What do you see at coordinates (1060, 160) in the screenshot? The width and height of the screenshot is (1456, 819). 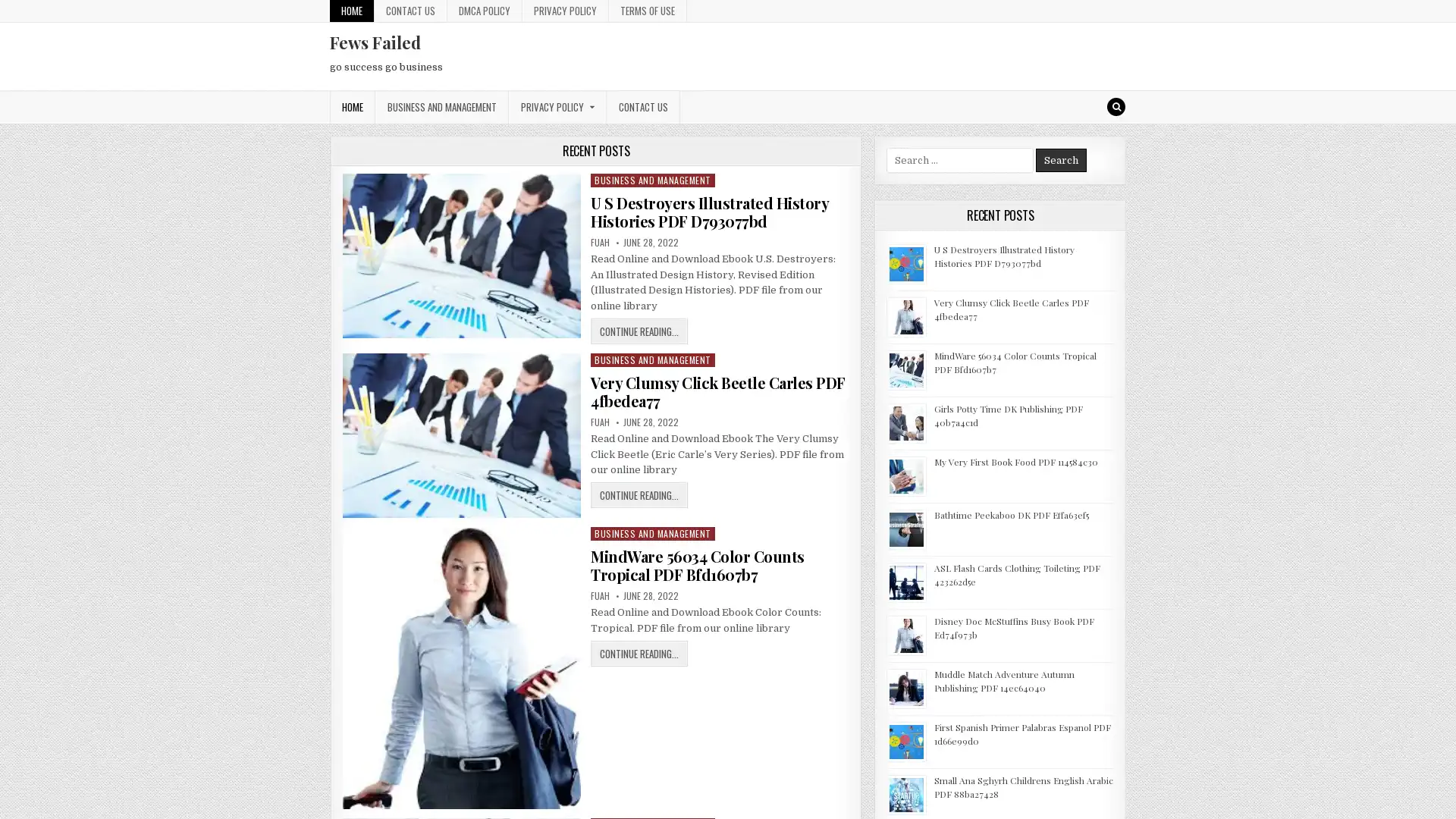 I see `Search` at bounding box center [1060, 160].